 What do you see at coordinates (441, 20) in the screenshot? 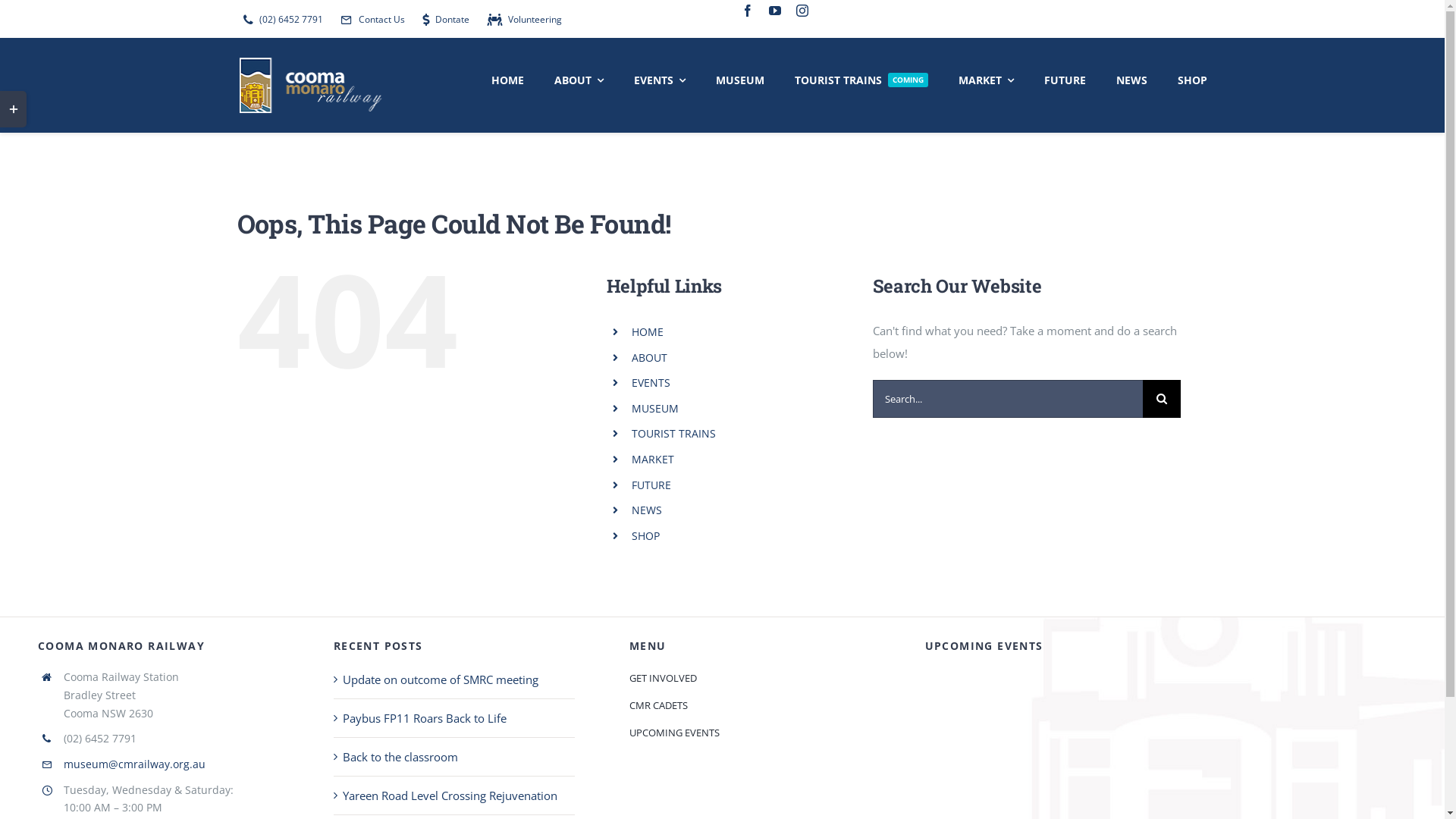
I see `'Dontate'` at bounding box center [441, 20].